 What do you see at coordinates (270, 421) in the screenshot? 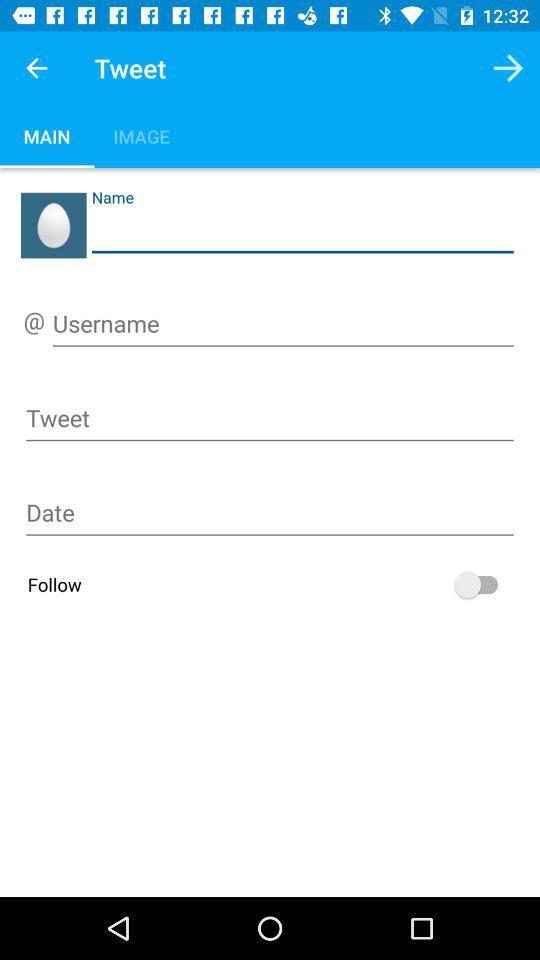
I see `tweet` at bounding box center [270, 421].